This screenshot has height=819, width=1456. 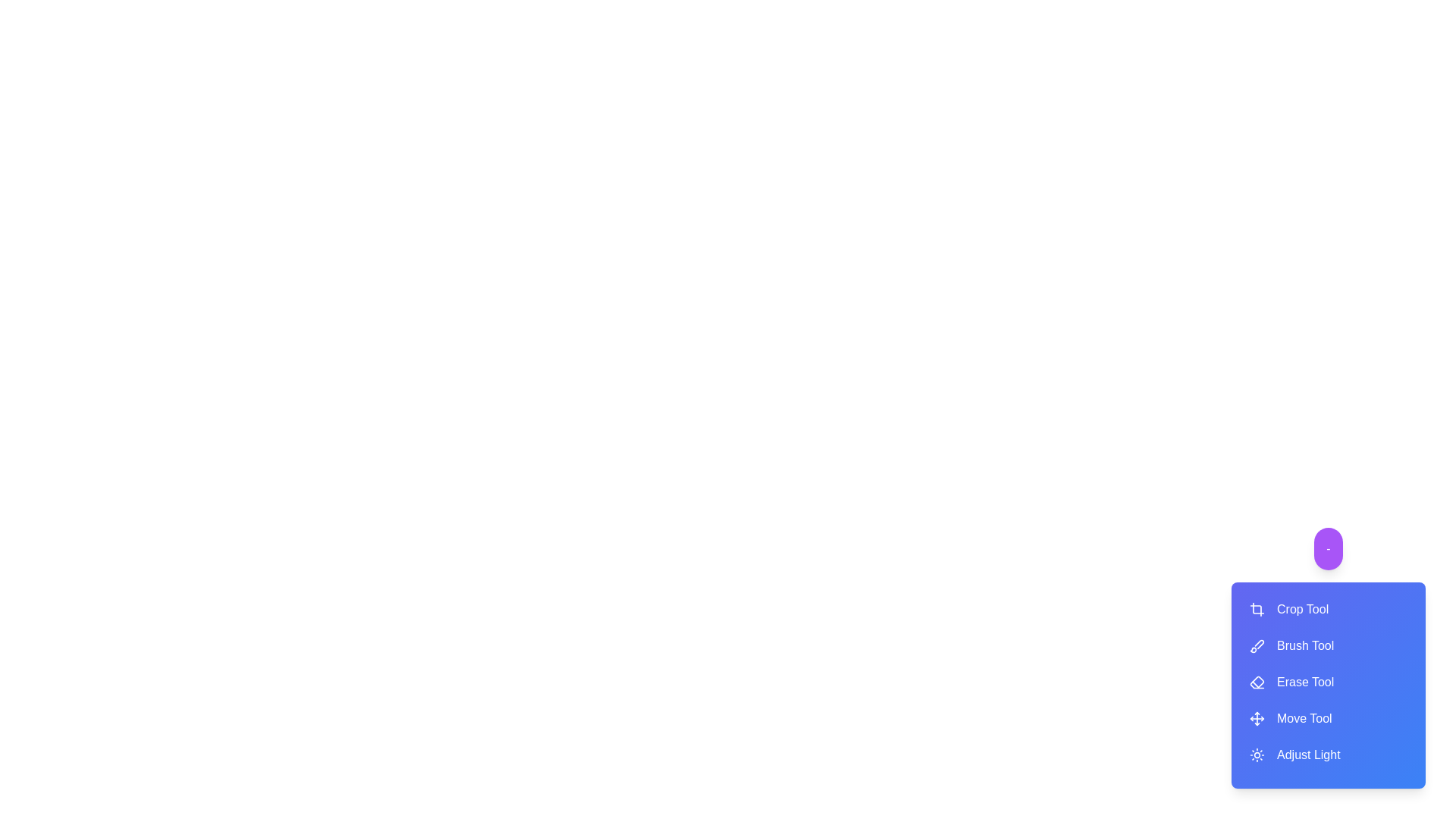 I want to click on 'Brush Tool' text label, which is the second item in the vertical menu, displayed in white text over a blue background, so click(x=1304, y=646).